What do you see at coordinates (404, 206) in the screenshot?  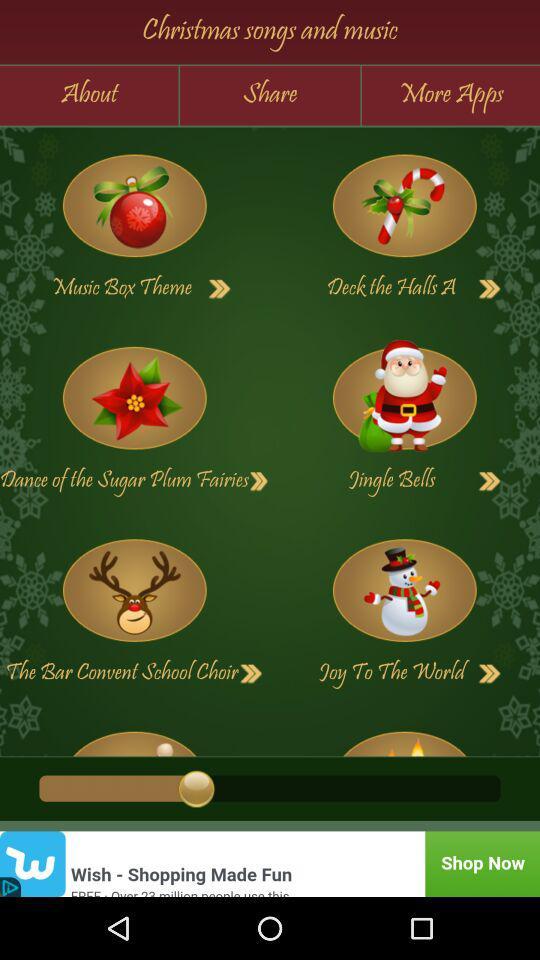 I see `song` at bounding box center [404, 206].